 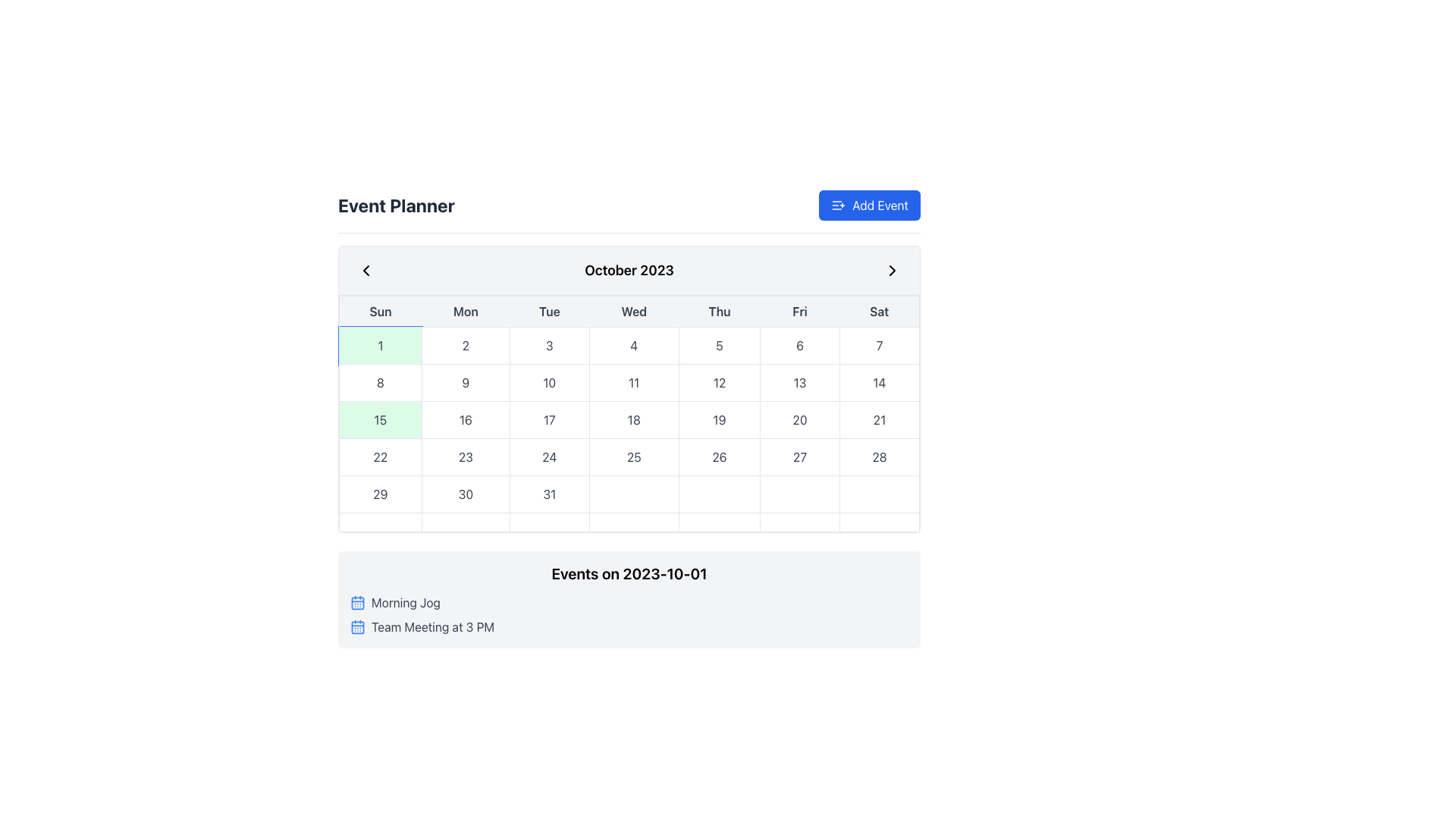 What do you see at coordinates (799, 382) in the screenshot?
I see `the text-based UI component displaying '13' in the calendar grid, which is the sixth element from the left, representing Friday` at bounding box center [799, 382].